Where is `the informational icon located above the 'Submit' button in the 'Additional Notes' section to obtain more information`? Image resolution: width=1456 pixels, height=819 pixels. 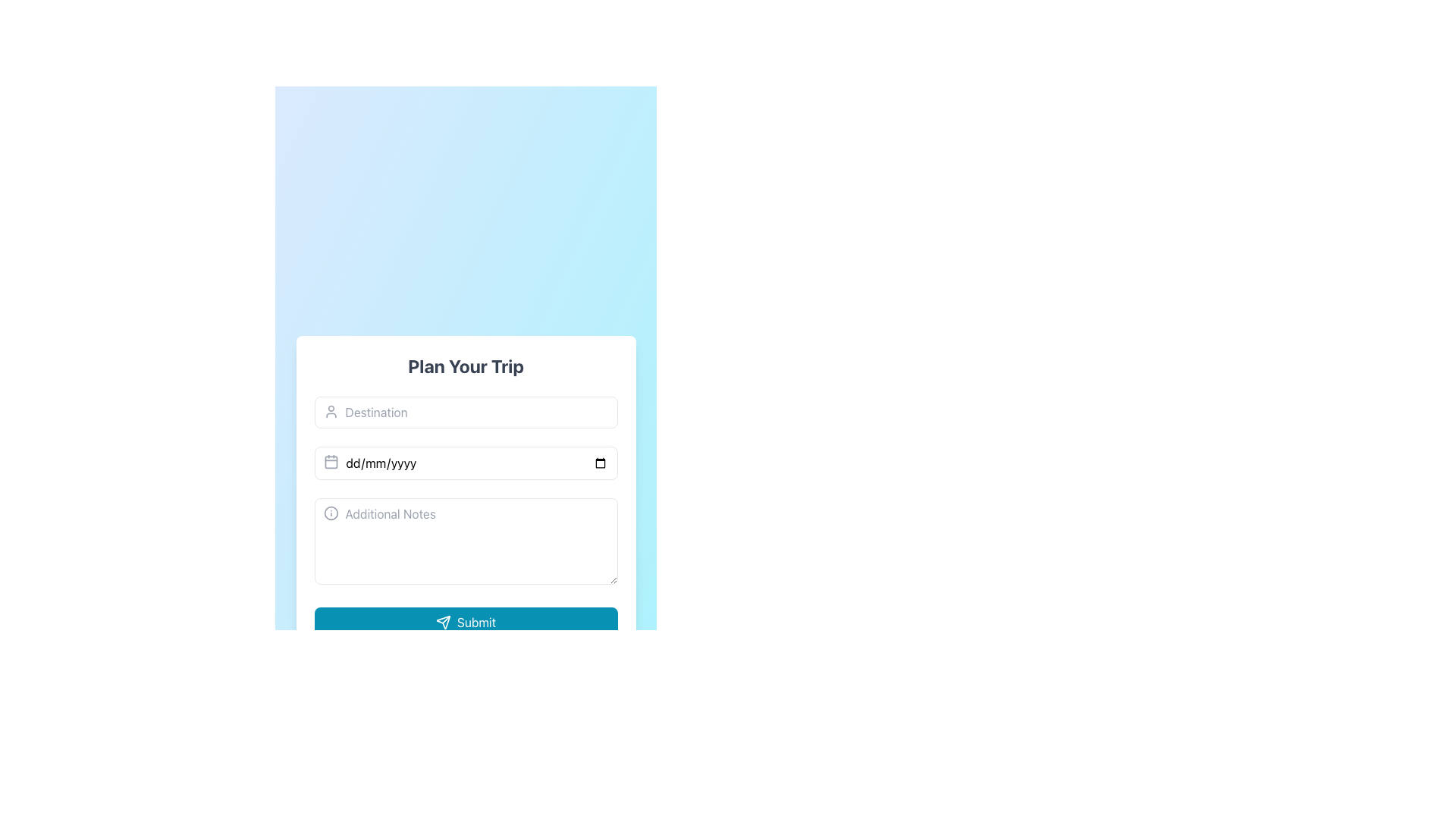
the informational icon located above the 'Submit' button in the 'Additional Notes' section to obtain more information is located at coordinates (330, 513).